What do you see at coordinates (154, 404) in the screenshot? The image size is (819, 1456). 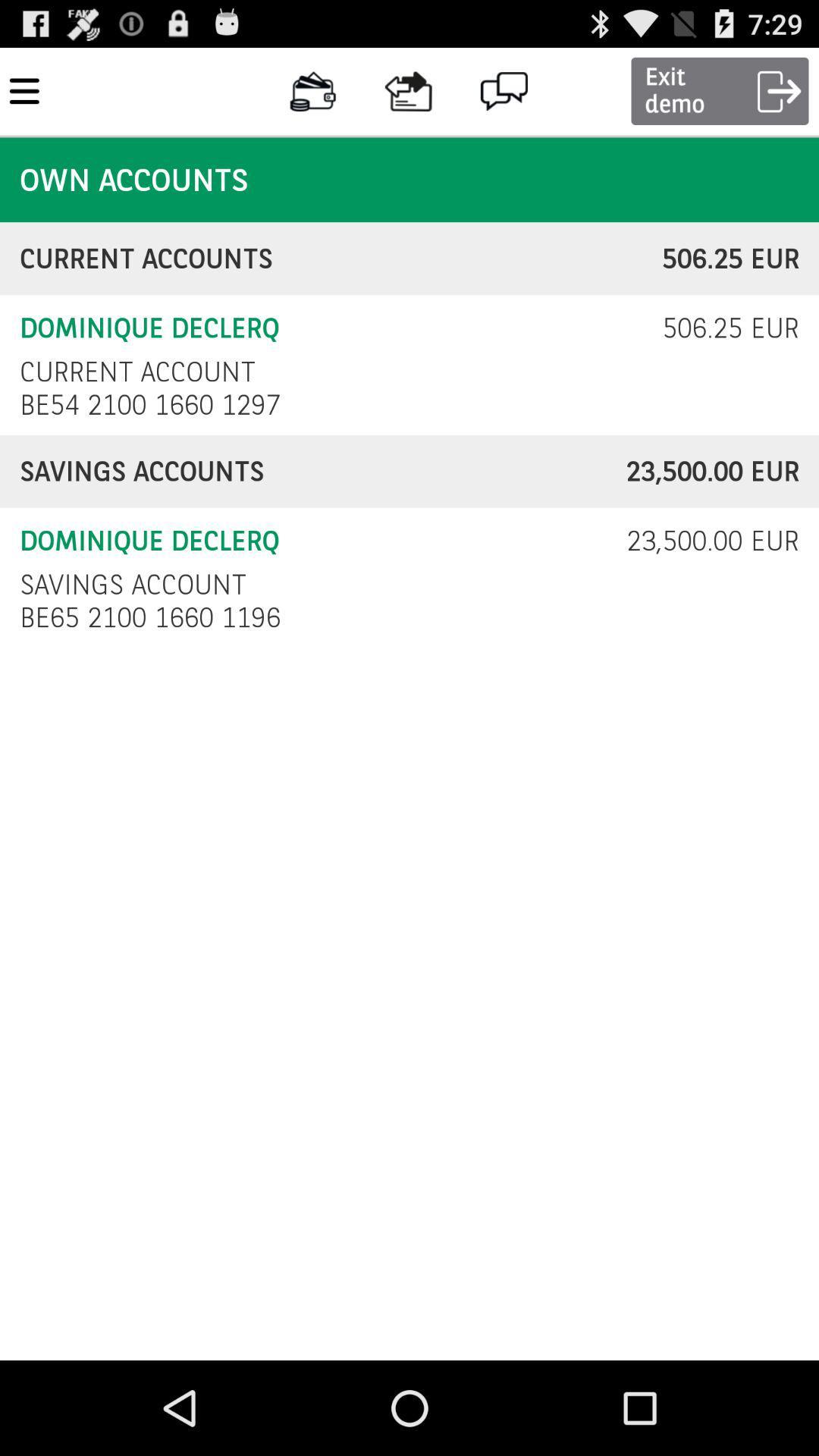 I see `item below the current account icon` at bounding box center [154, 404].